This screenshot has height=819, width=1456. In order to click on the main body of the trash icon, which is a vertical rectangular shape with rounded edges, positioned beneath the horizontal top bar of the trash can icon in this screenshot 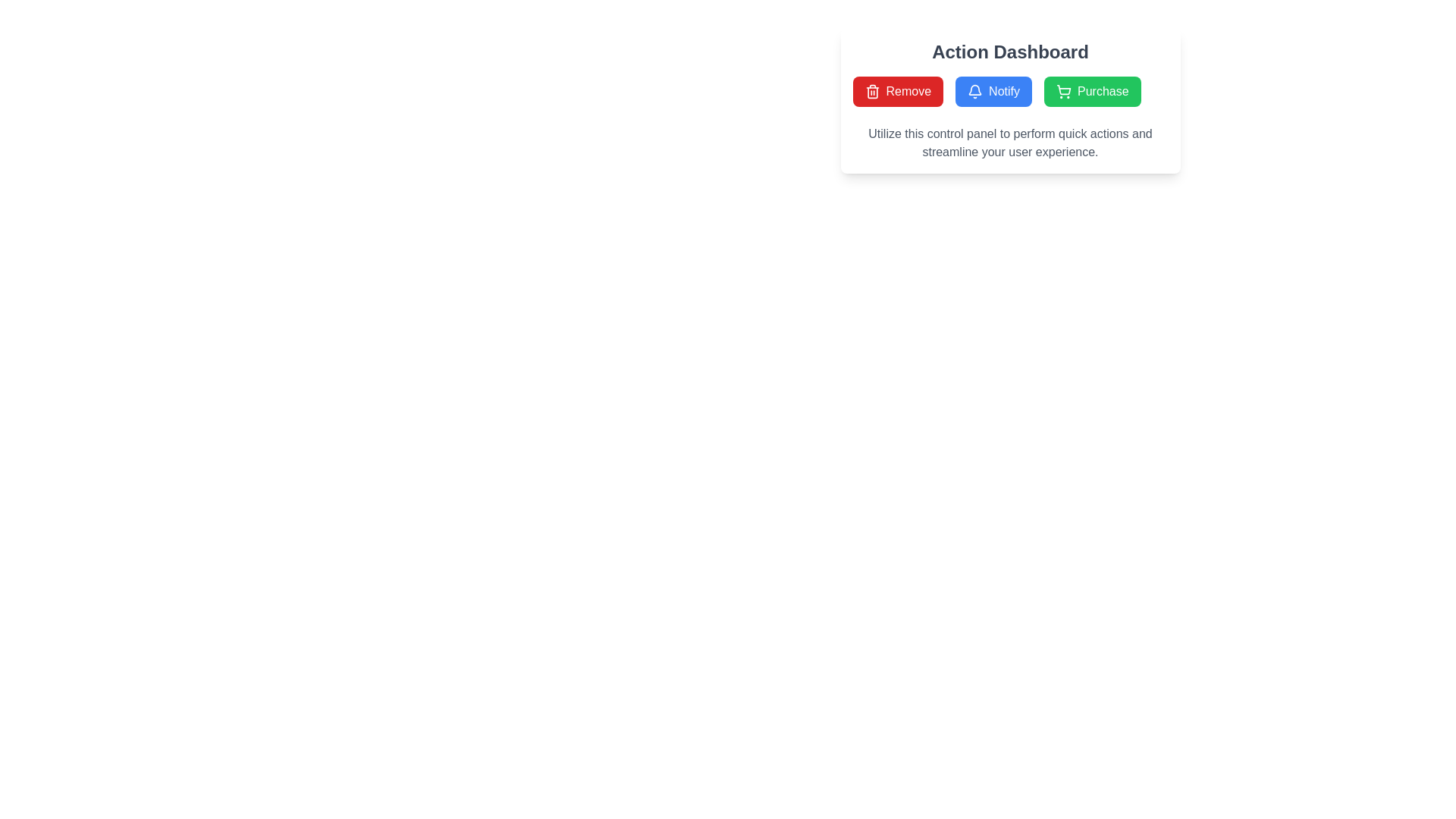, I will do `click(872, 93)`.